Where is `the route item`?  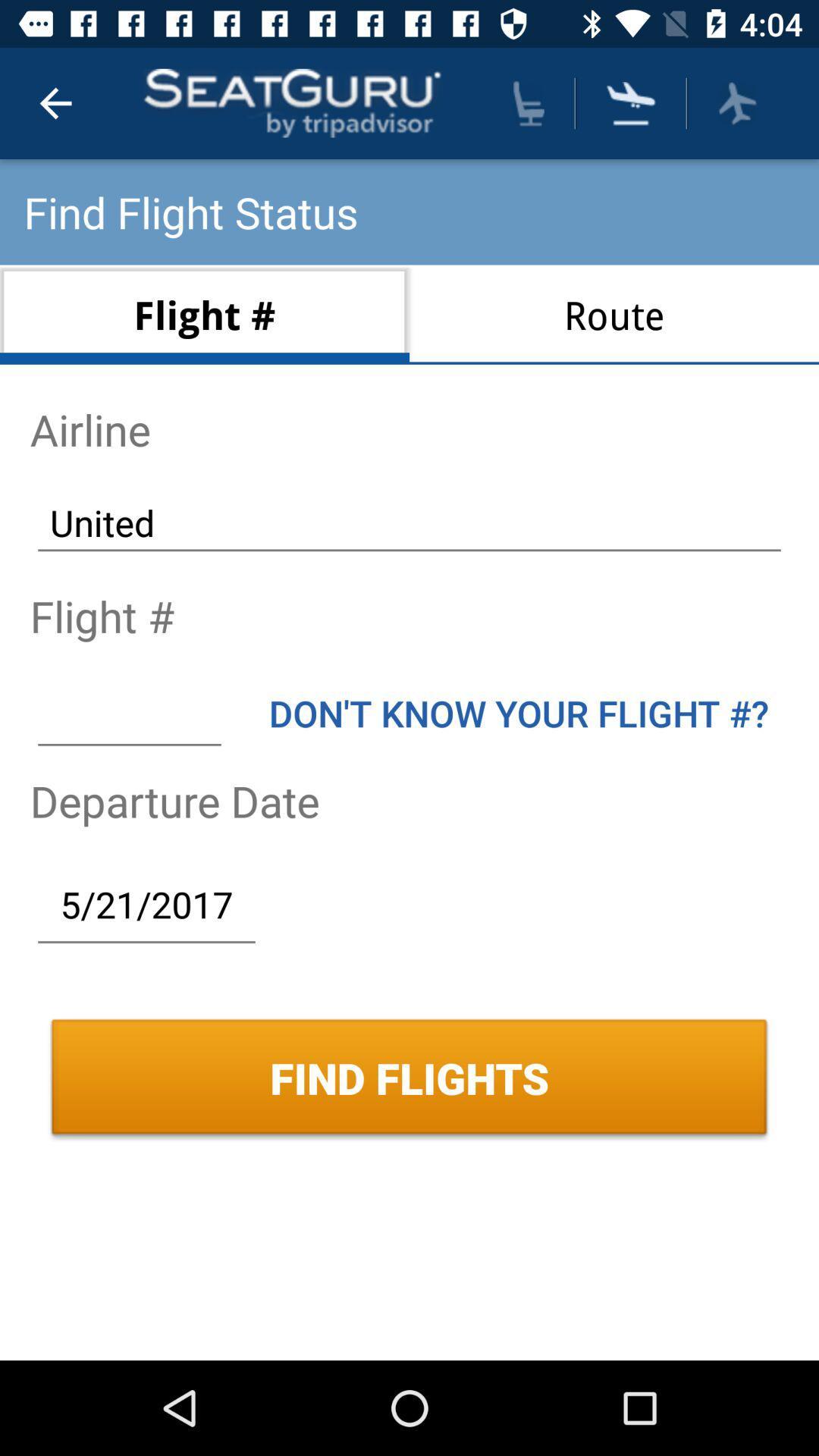
the route item is located at coordinates (614, 314).